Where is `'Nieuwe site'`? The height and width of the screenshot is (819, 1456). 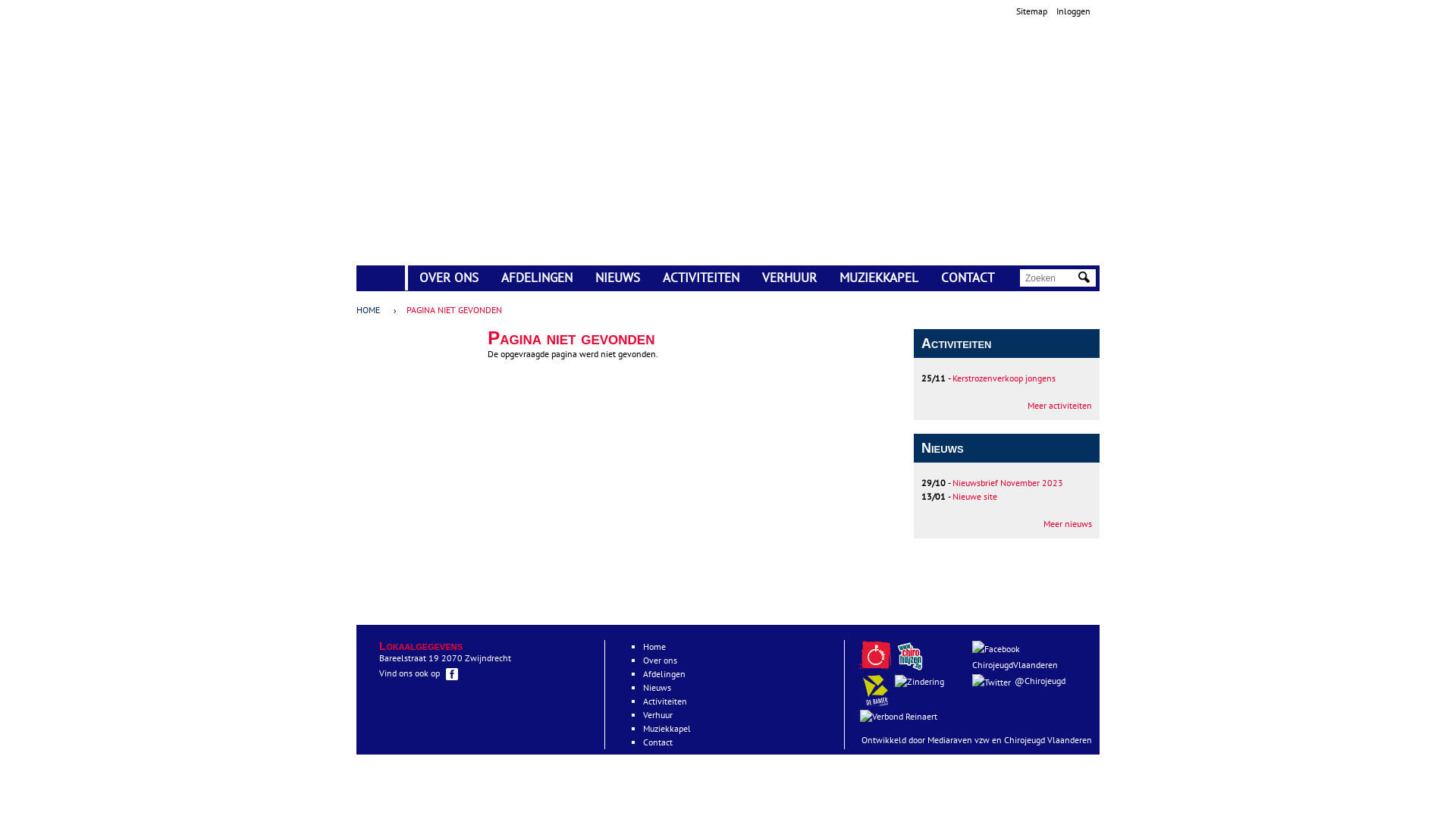 'Nieuwe site' is located at coordinates (974, 496).